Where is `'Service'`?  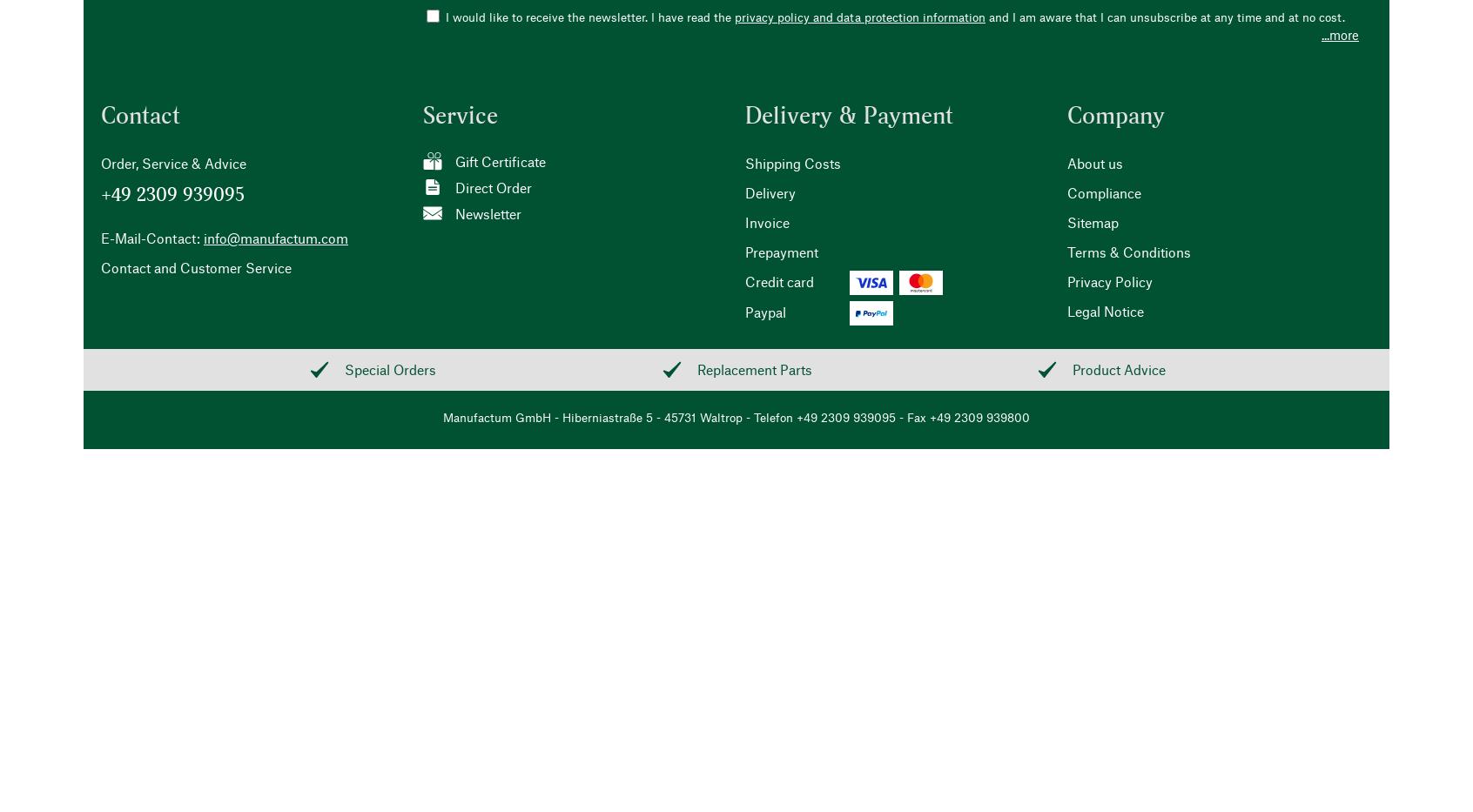 'Service' is located at coordinates (460, 112).